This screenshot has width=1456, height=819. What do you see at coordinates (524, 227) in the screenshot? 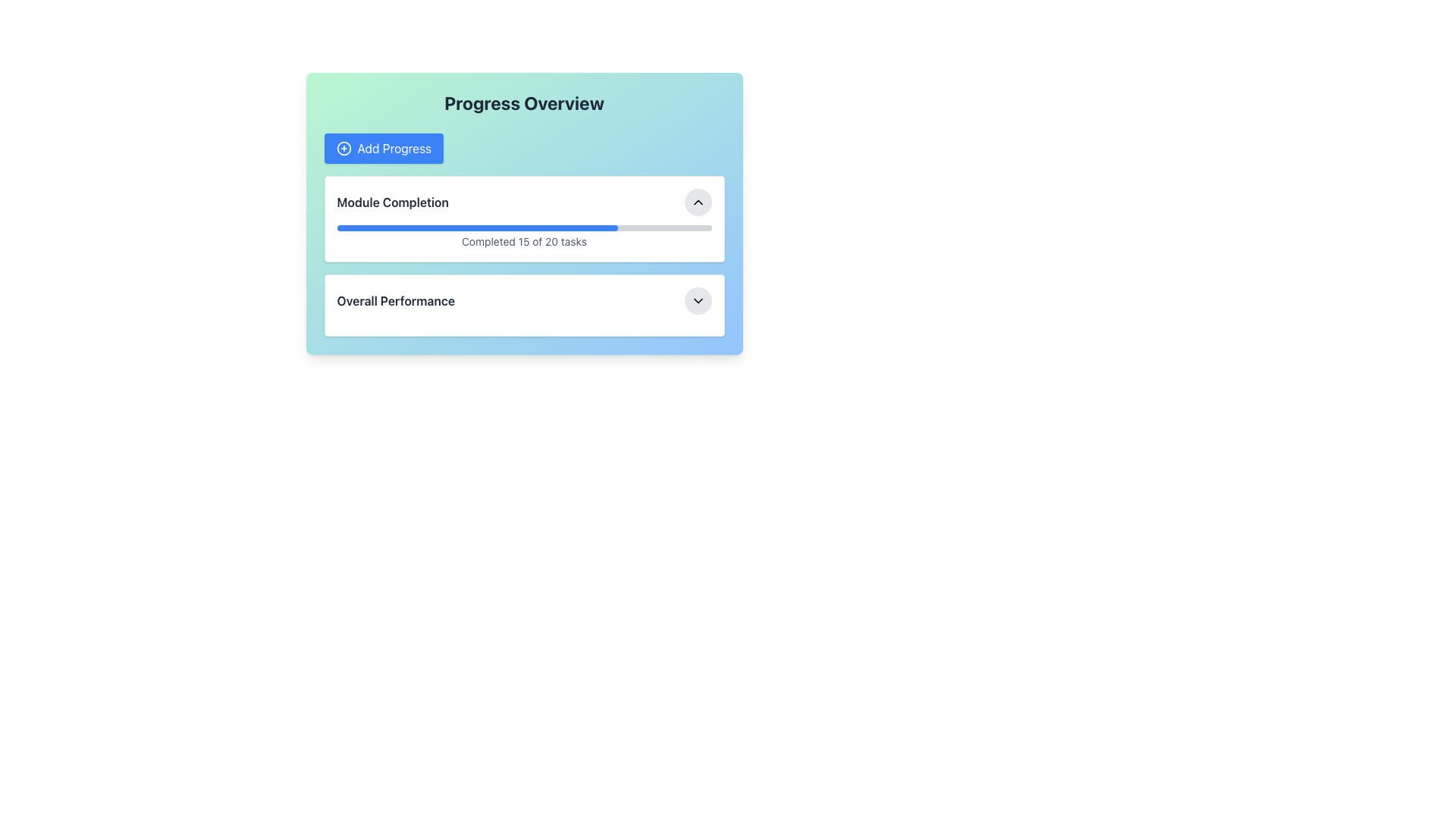
I see `the progress represented by the progress bar located centrally above the text 'Completed 15 of 20 tasks'` at bounding box center [524, 227].